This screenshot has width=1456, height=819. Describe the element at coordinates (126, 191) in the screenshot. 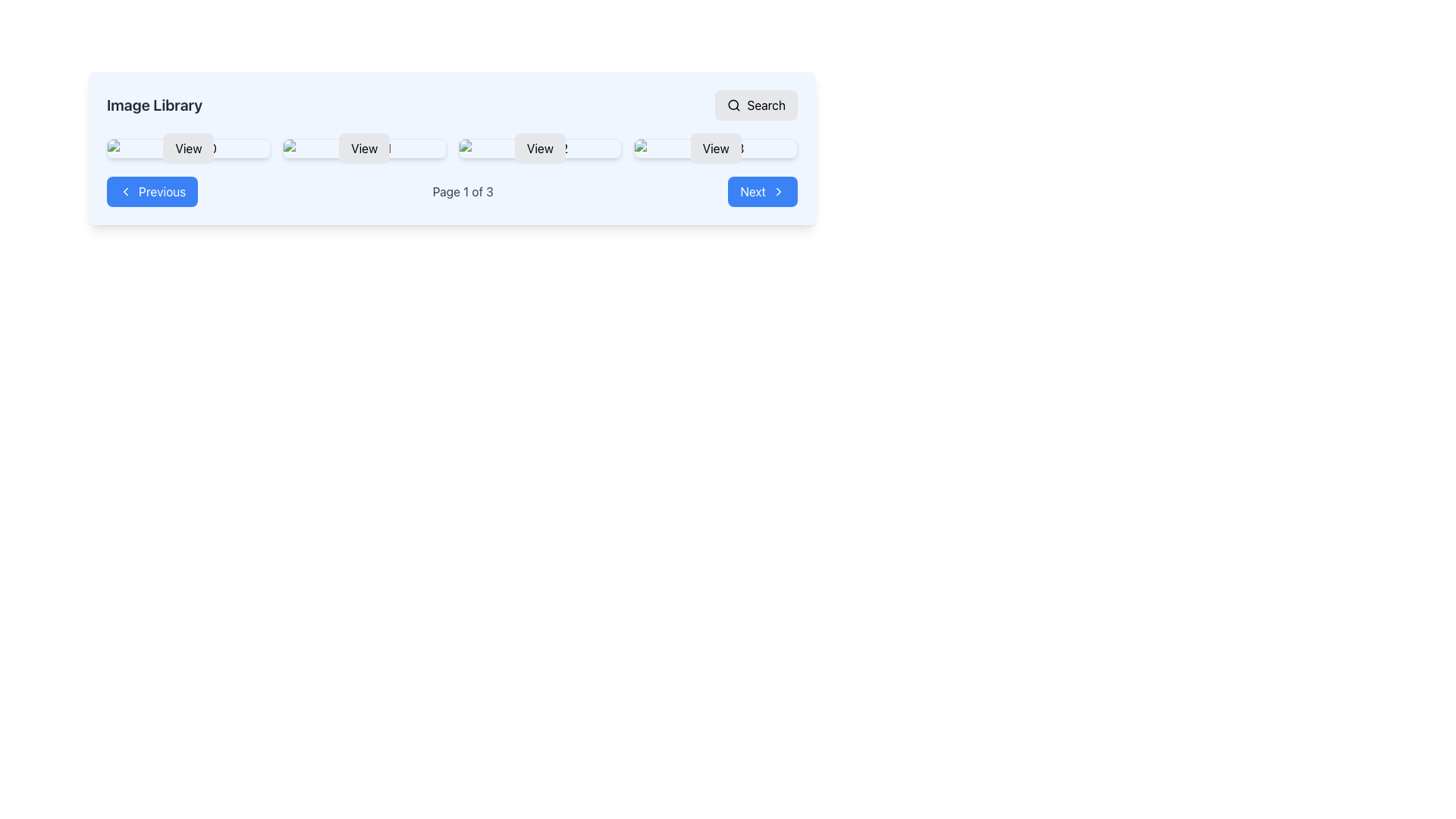

I see `the chevron icon within the blue button labeled 'Previous'` at that location.